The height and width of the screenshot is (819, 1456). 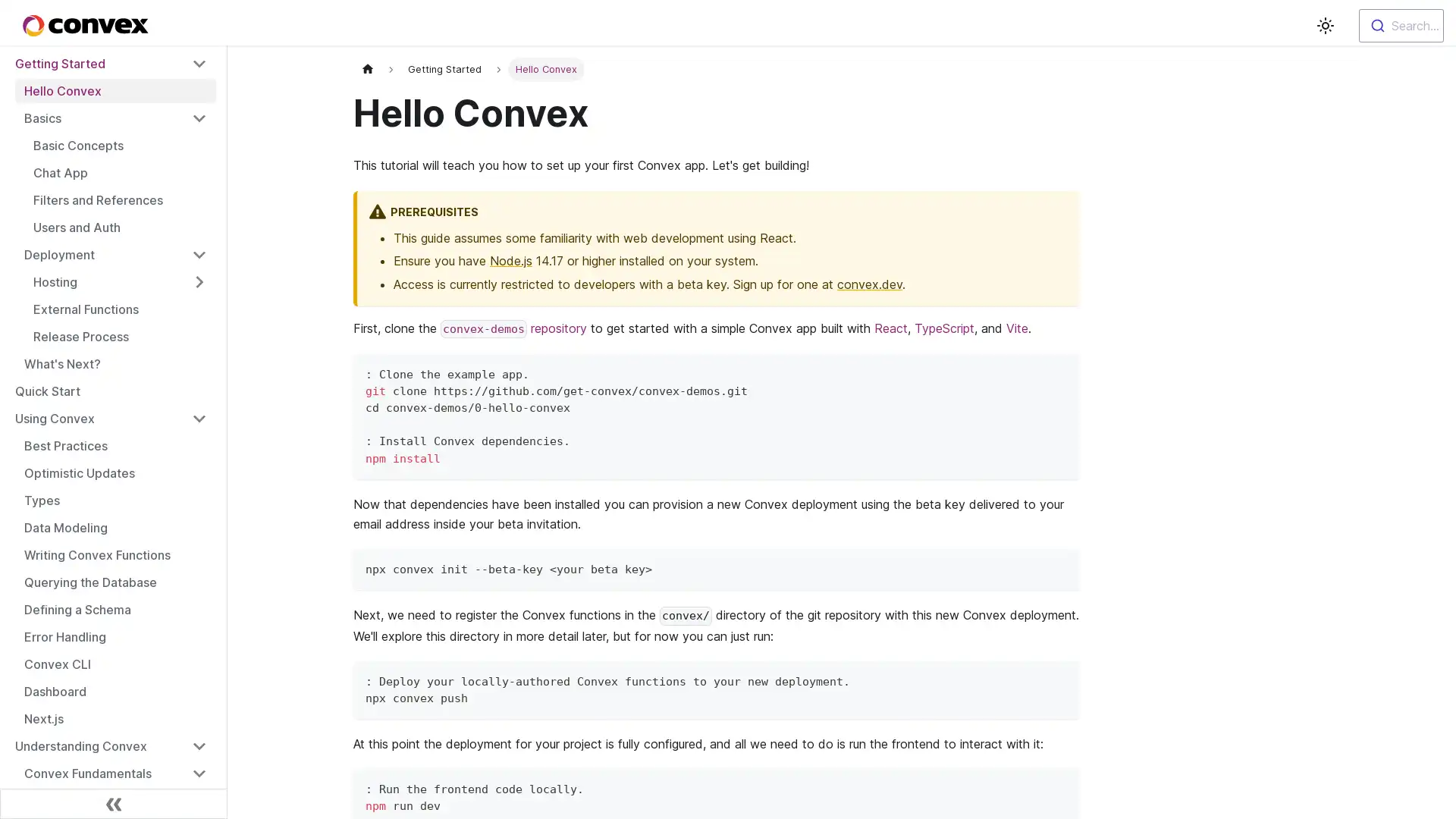 I want to click on Toggle the collapsible sidebar category 'Understanding Convex', so click(x=199, y=745).